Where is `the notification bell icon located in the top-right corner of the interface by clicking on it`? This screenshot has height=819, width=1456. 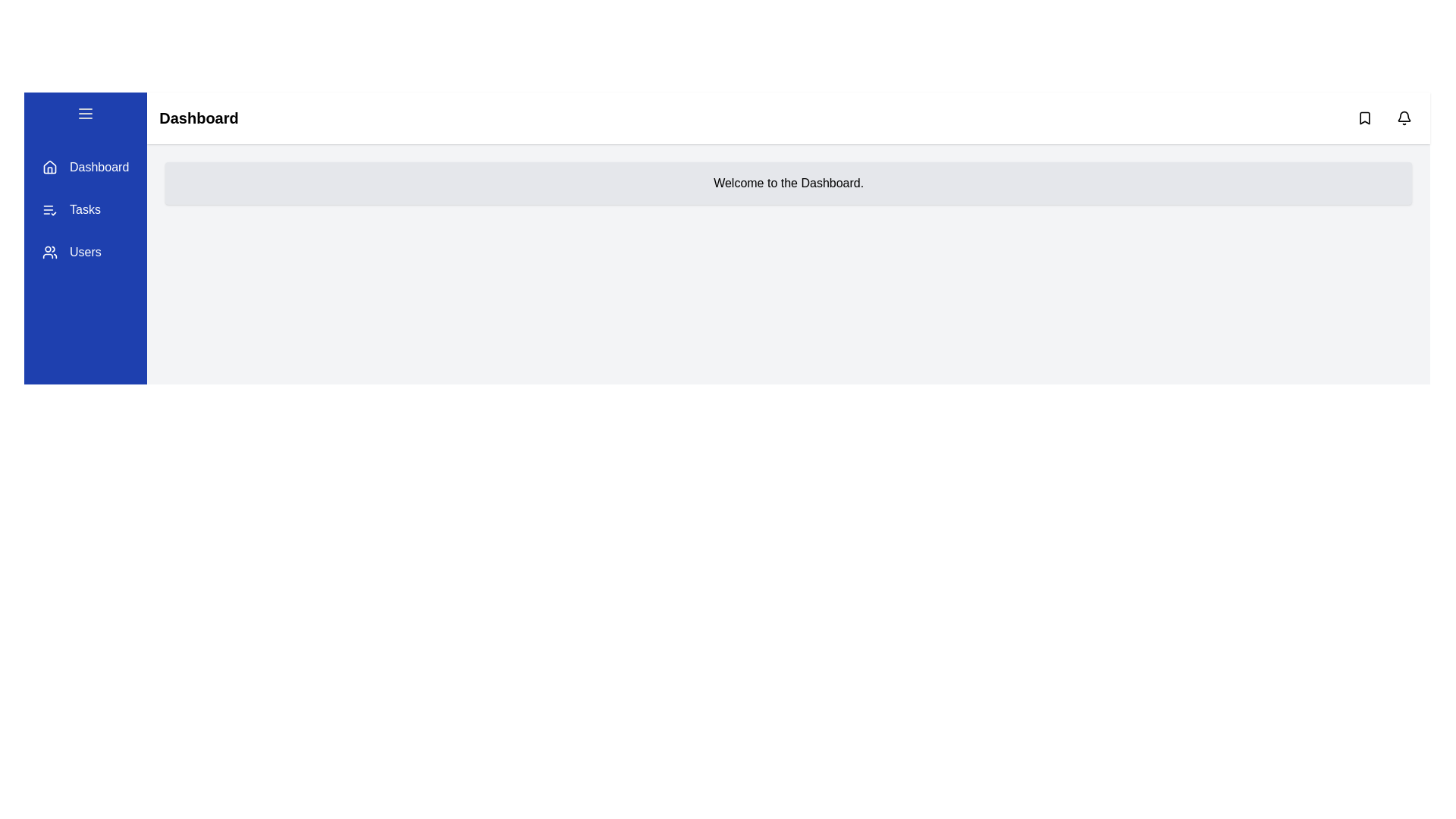
the notification bell icon located in the top-right corner of the interface by clicking on it is located at coordinates (1404, 115).